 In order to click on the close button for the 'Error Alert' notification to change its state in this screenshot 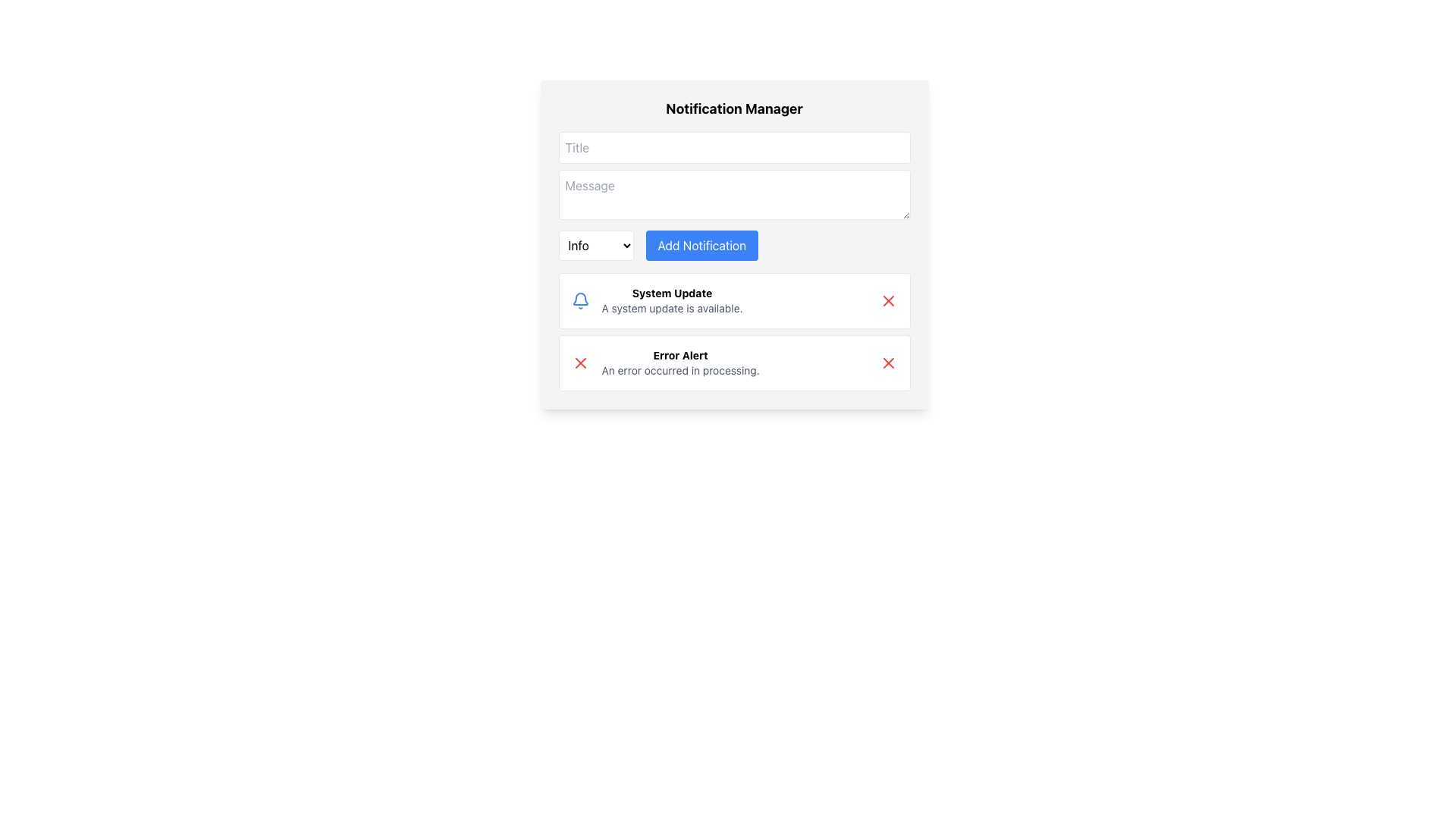, I will do `click(888, 362)`.